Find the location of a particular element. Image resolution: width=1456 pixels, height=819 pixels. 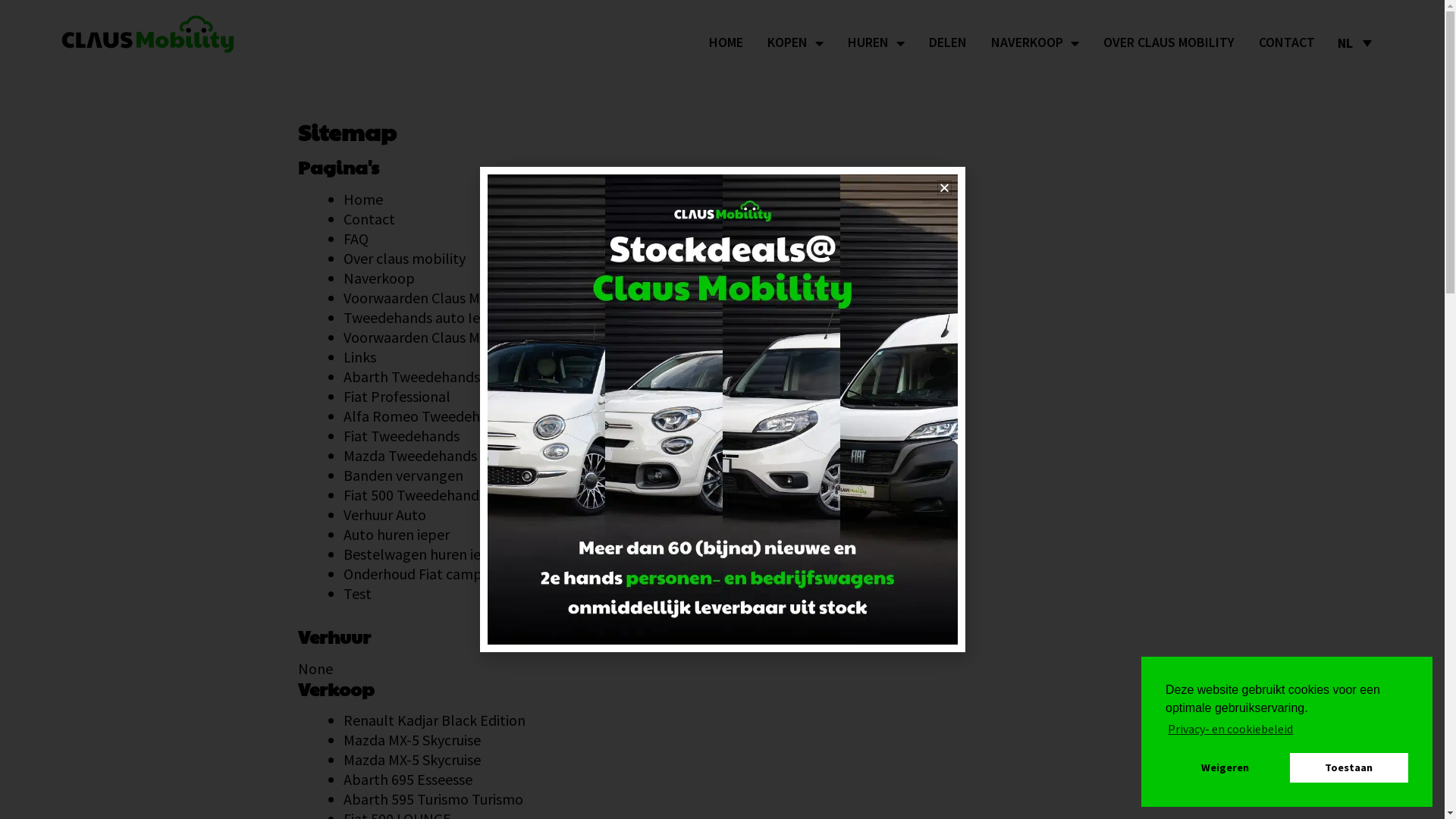

'Mazda Tweedehands' is located at coordinates (341, 454).